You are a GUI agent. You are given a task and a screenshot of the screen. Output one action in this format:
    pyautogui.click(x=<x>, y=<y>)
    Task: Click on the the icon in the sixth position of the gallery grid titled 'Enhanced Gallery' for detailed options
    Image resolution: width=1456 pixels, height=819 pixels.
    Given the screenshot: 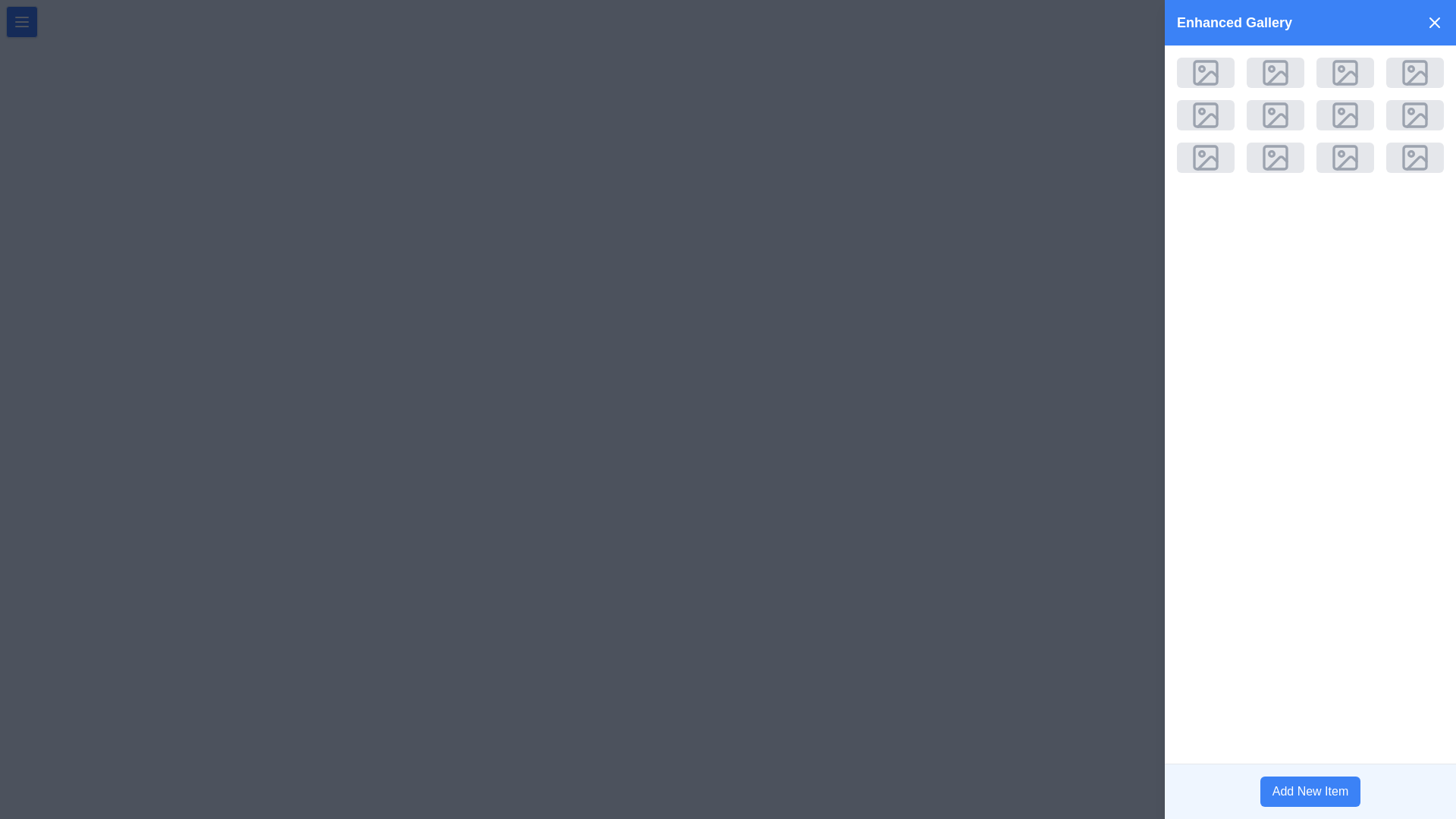 What is the action you would take?
    pyautogui.click(x=1345, y=158)
    